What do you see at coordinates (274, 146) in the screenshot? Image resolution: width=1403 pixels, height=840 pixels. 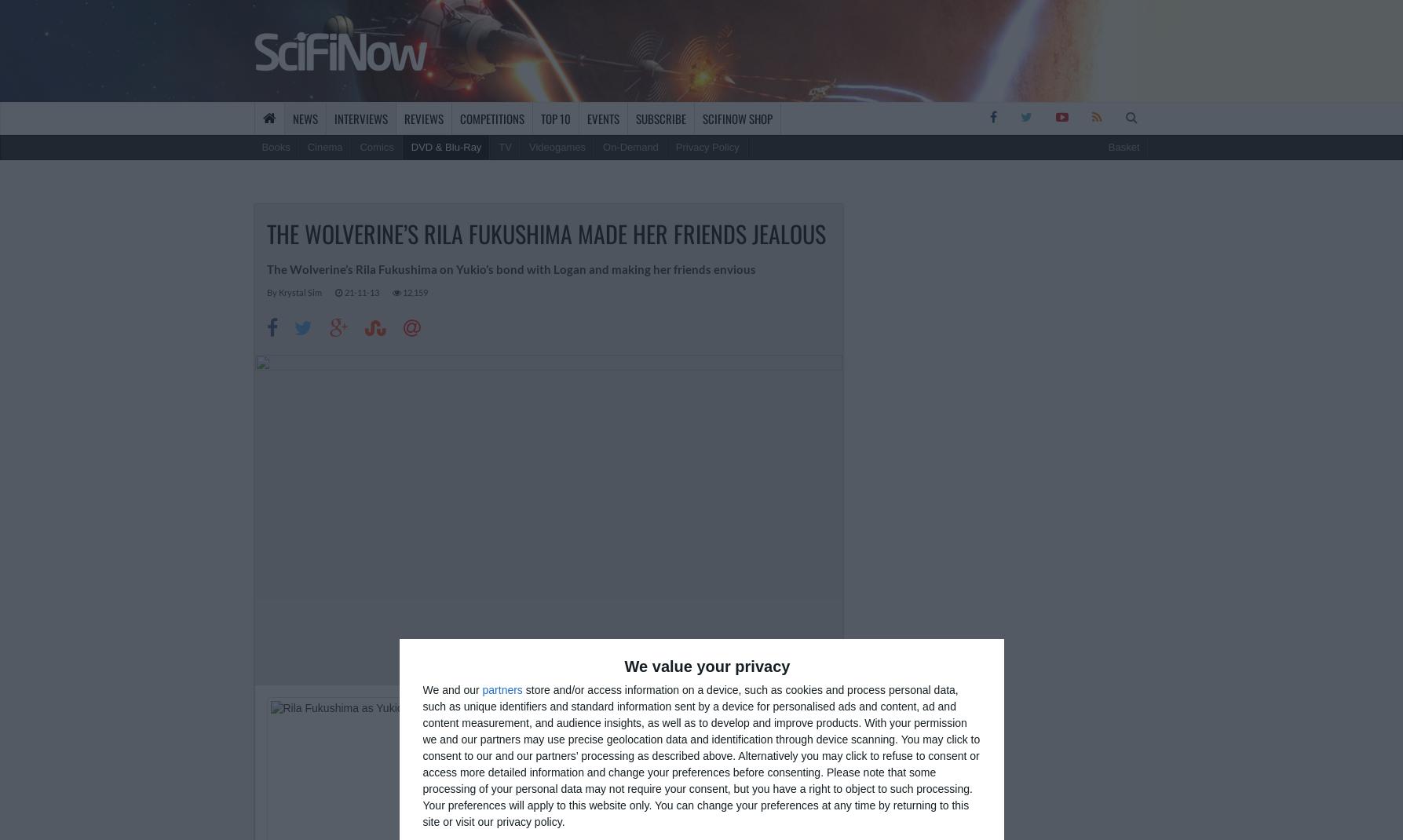 I see `'Books'` at bounding box center [274, 146].